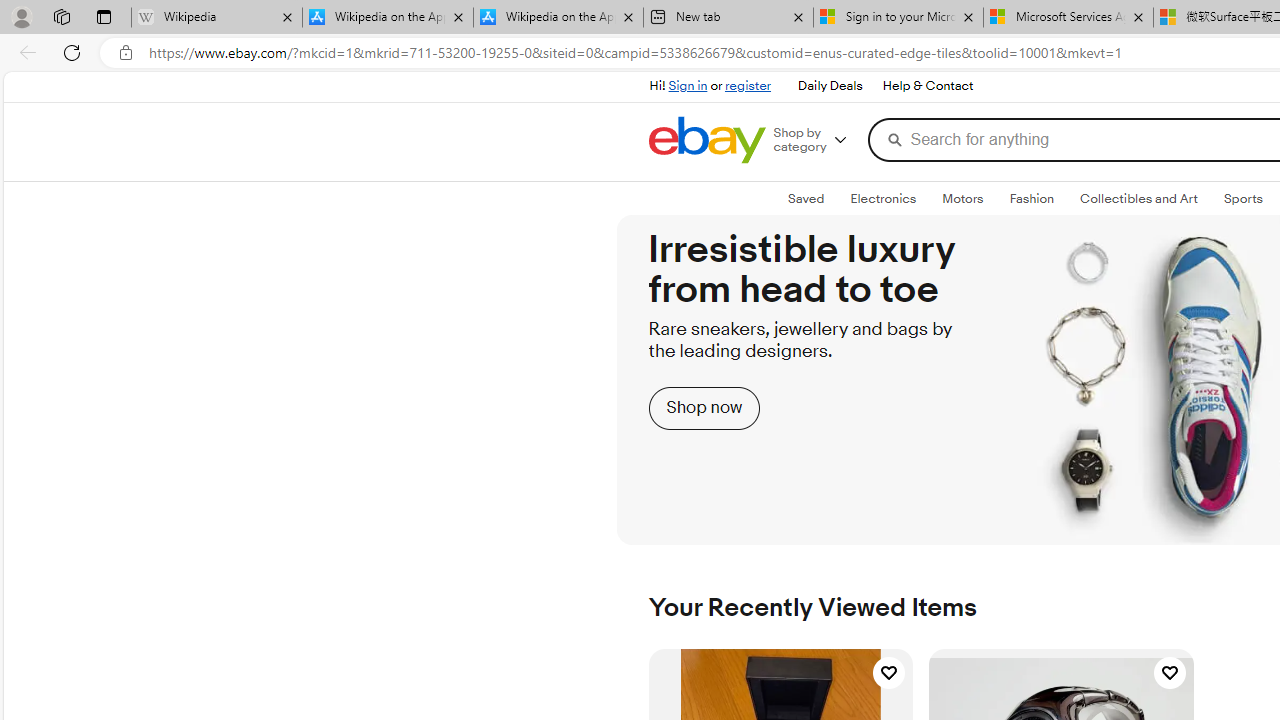 The image size is (1280, 720). Describe the element at coordinates (925, 85) in the screenshot. I see `'Help & Contact'` at that location.